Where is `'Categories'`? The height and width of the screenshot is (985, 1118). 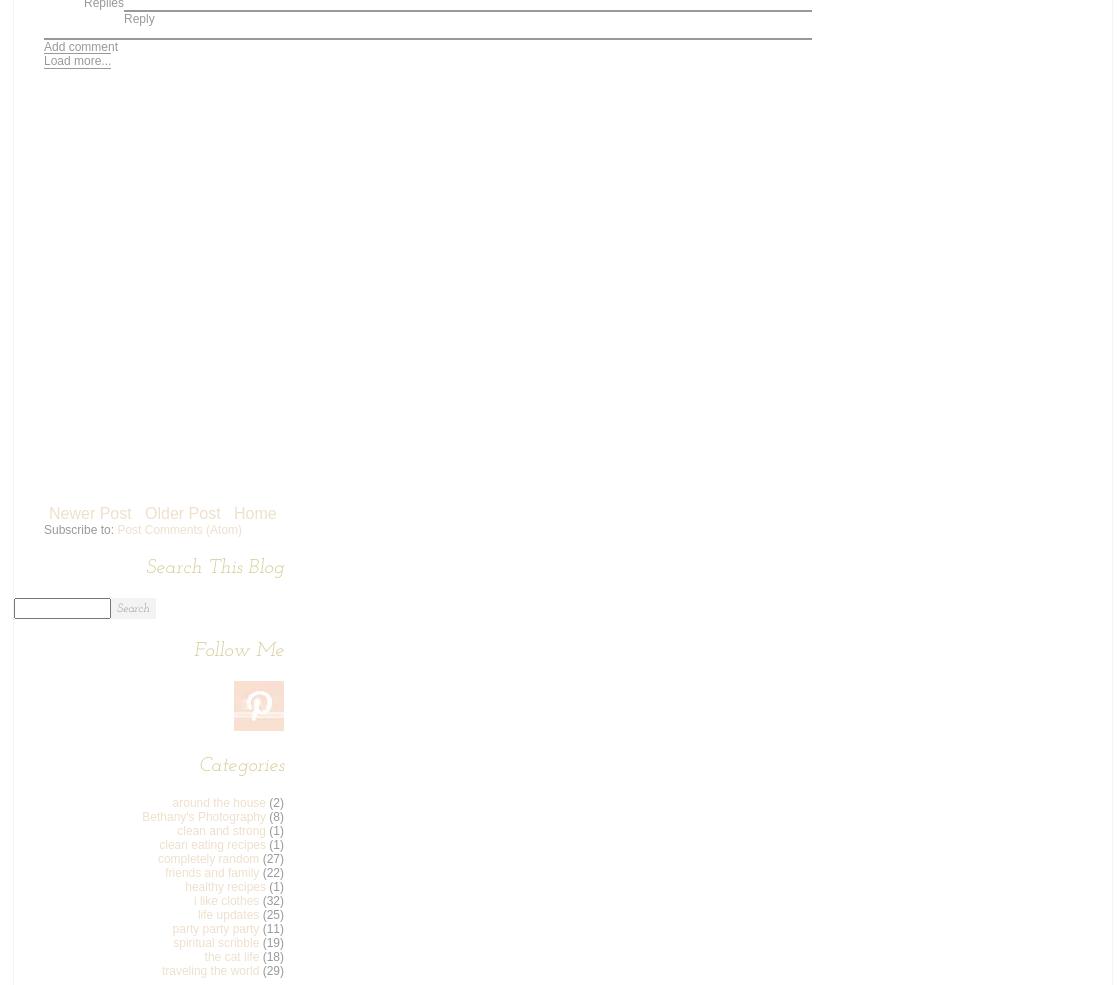
'Categories' is located at coordinates (199, 764).